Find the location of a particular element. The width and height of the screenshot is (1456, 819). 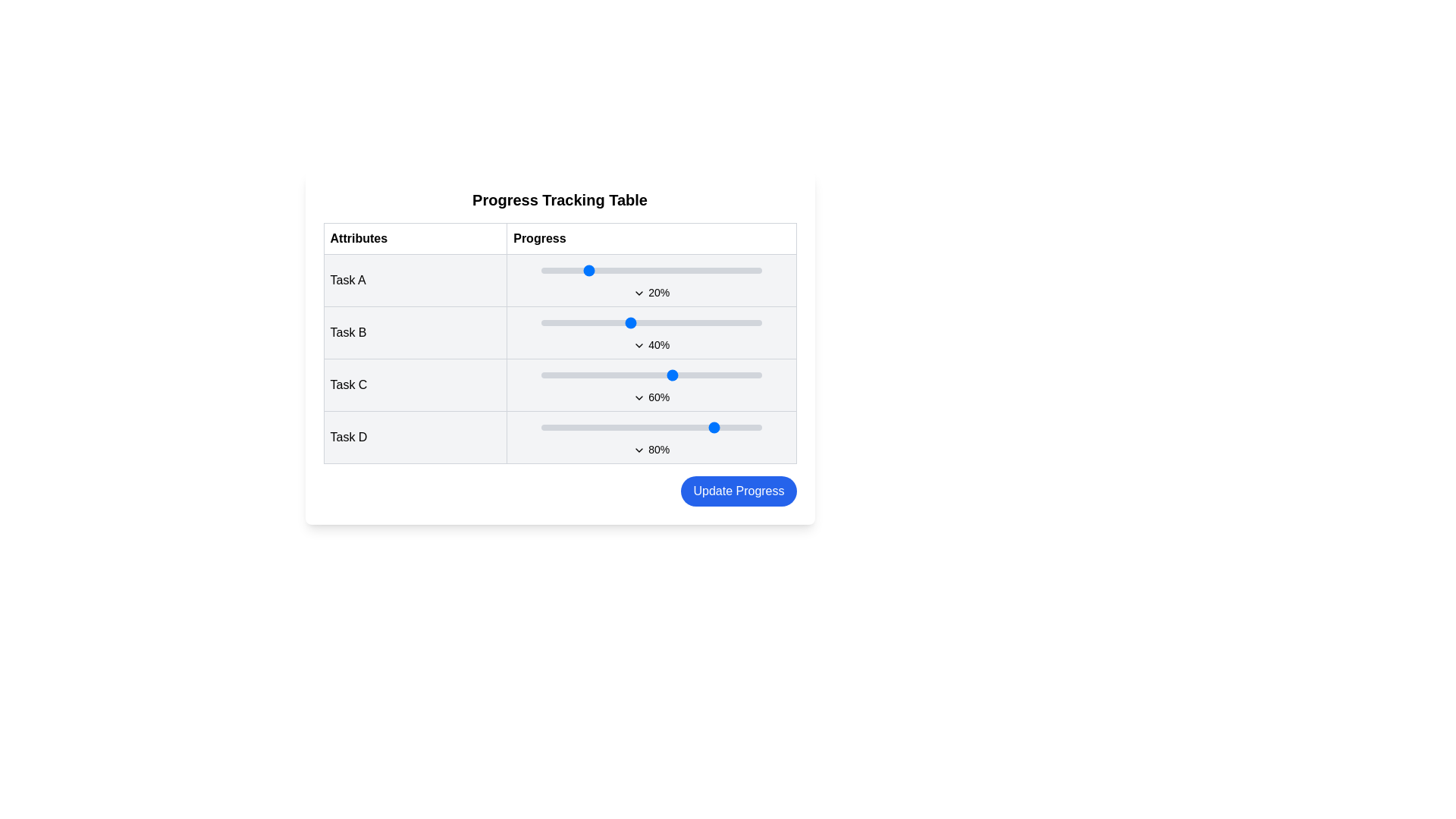

progress for Task D is located at coordinates (582, 427).